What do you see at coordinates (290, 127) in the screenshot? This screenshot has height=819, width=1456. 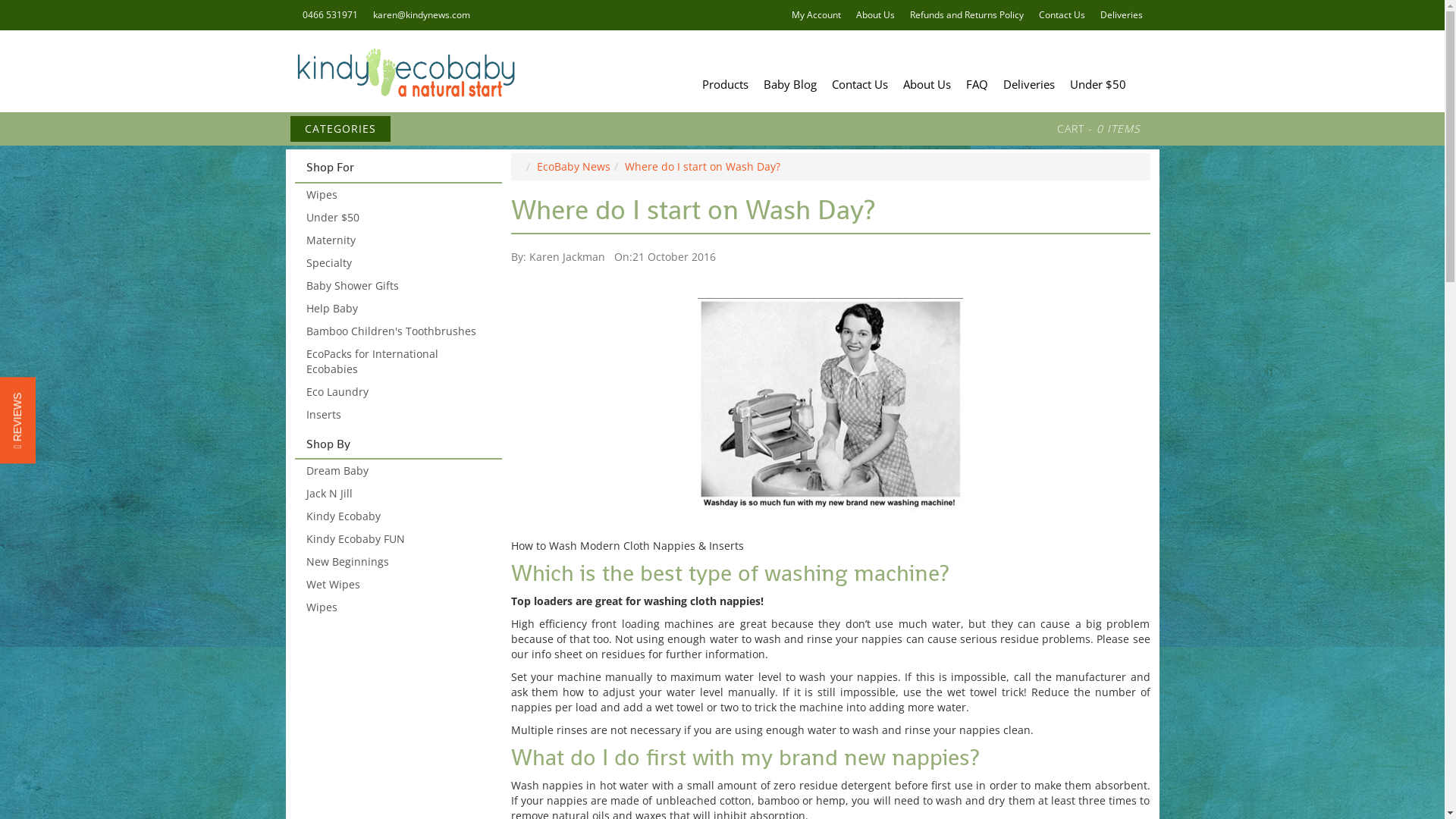 I see `'CATEGORIES'` at bounding box center [290, 127].